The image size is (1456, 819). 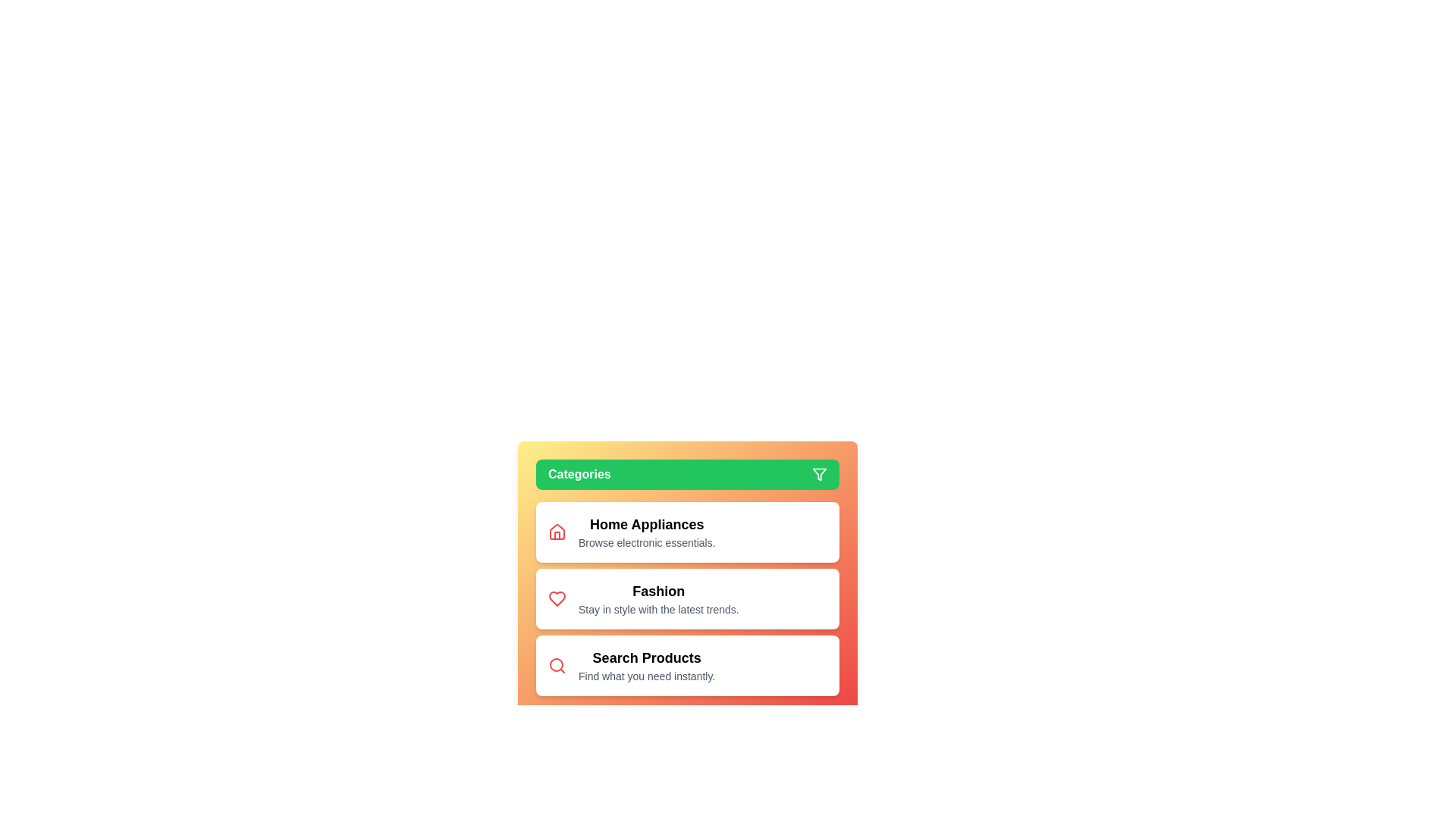 I want to click on the category item Fashion to view its hover effect, so click(x=658, y=598).